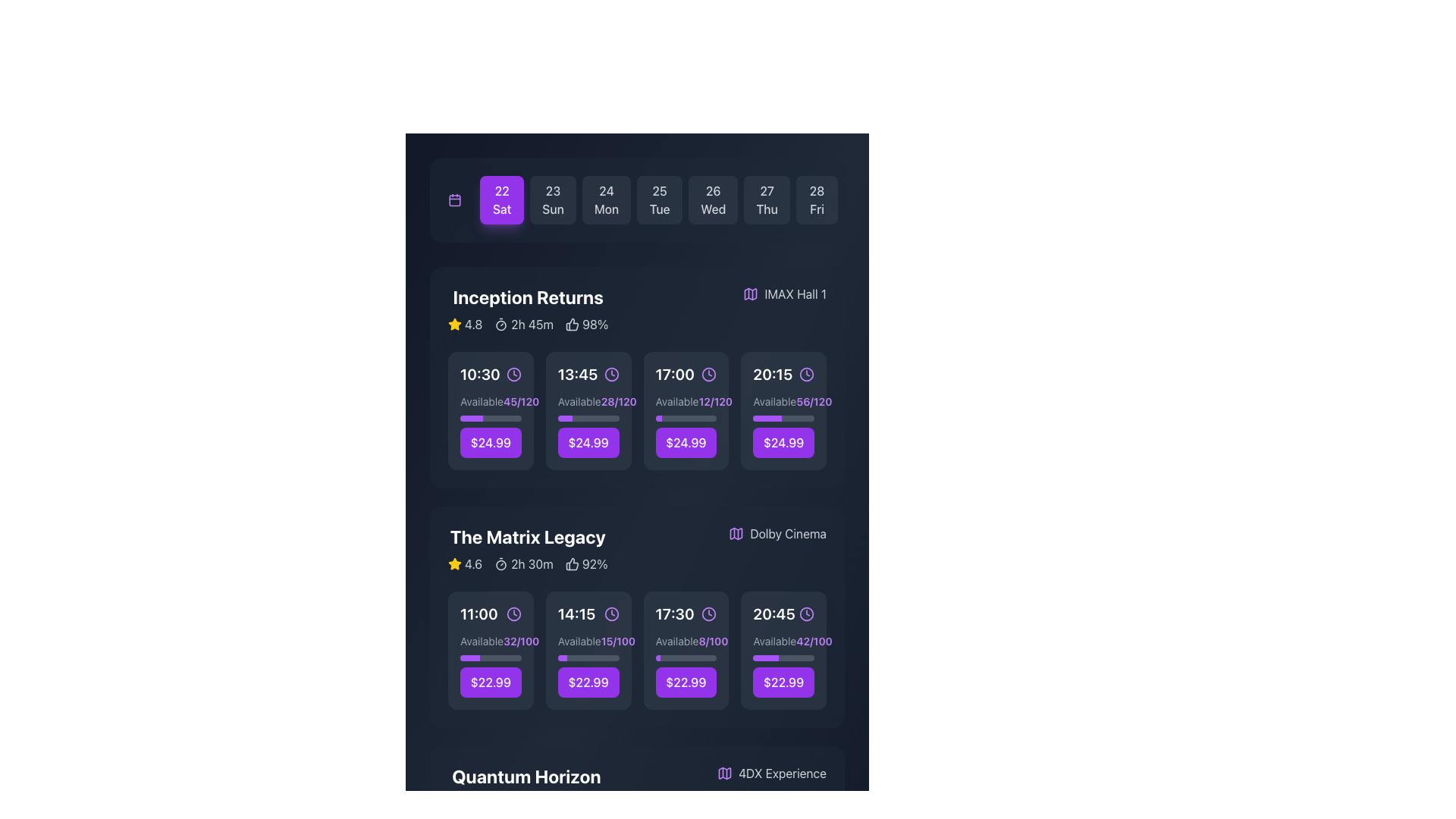 Image resolution: width=1456 pixels, height=819 pixels. What do you see at coordinates (618, 641) in the screenshot?
I see `the text label displaying '15/100' in bold purple font, located in the second card under 'The Matrix Legacy' section` at bounding box center [618, 641].